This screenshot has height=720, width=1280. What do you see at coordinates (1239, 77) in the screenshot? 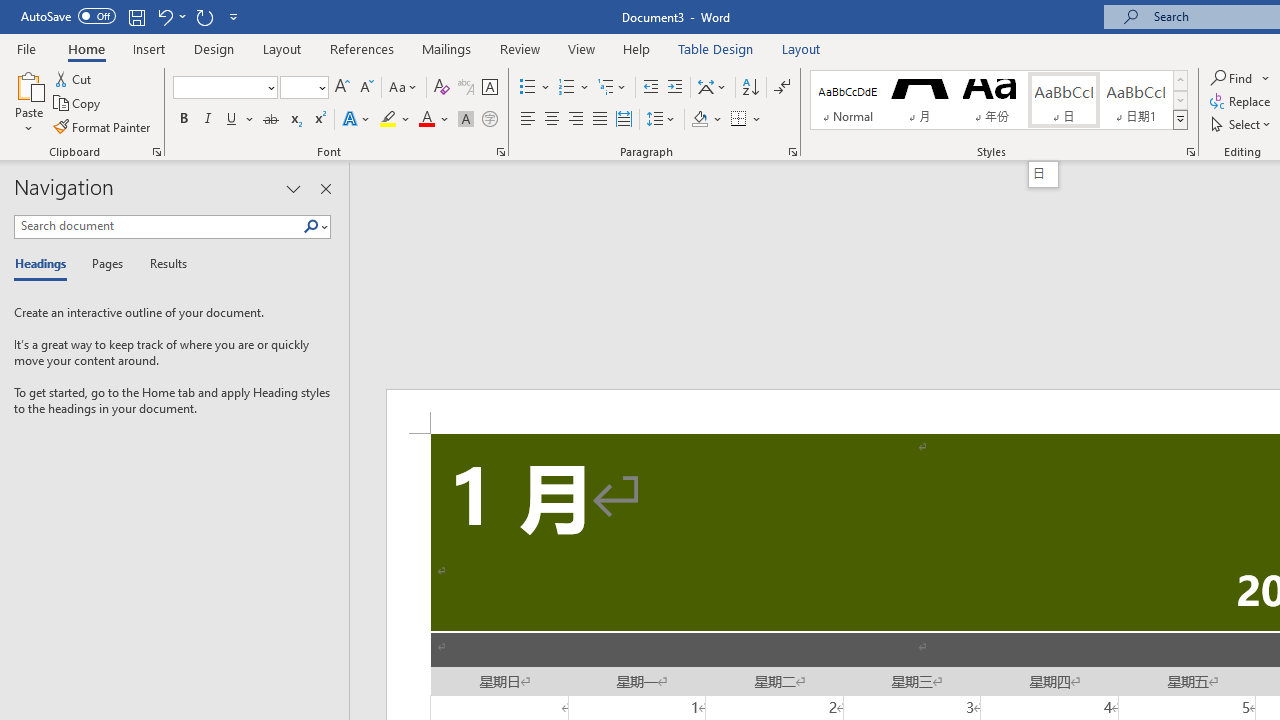
I see `'Find'` at bounding box center [1239, 77].